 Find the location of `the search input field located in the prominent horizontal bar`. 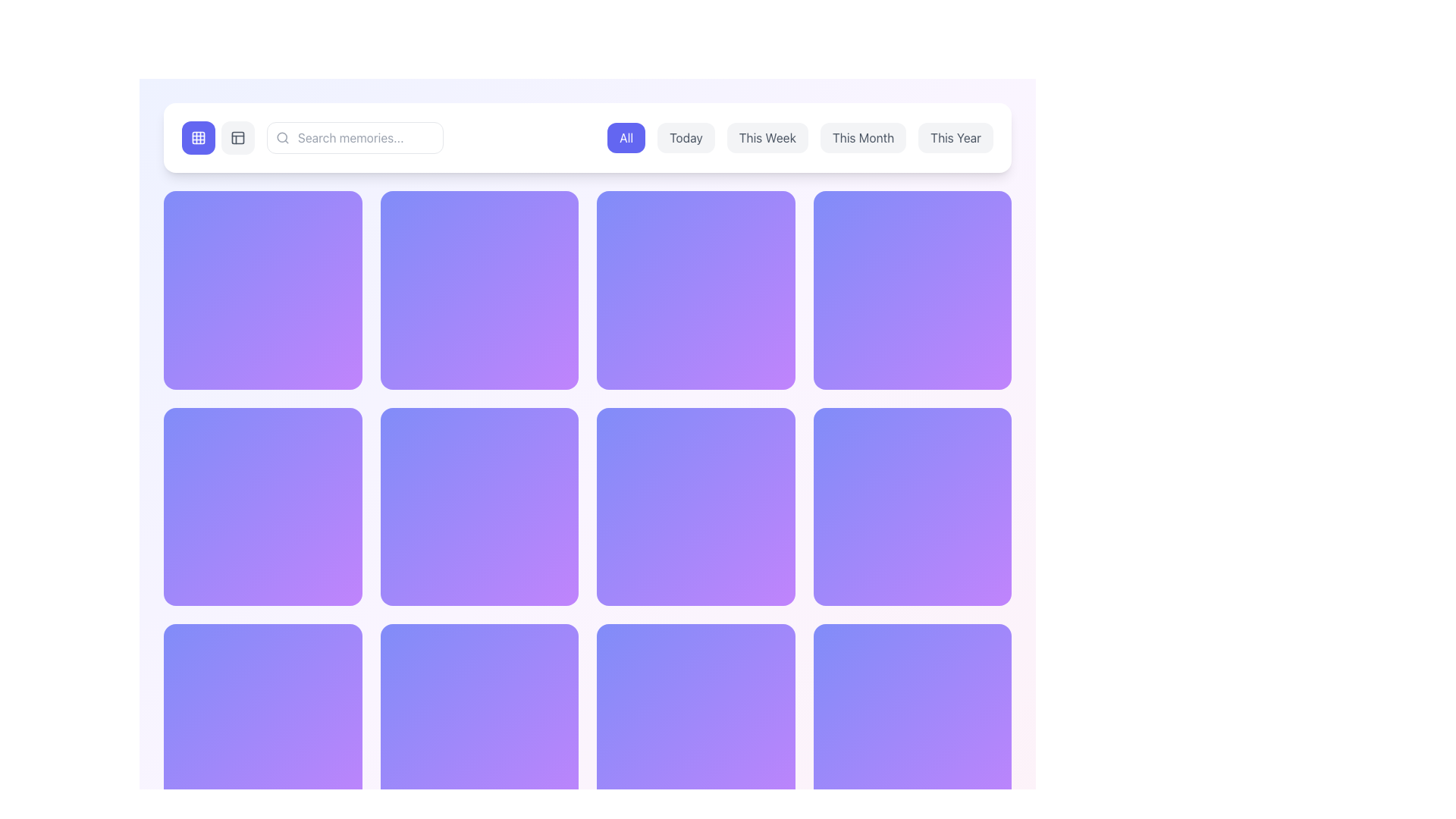

the search input field located in the prominent horizontal bar is located at coordinates (312, 137).